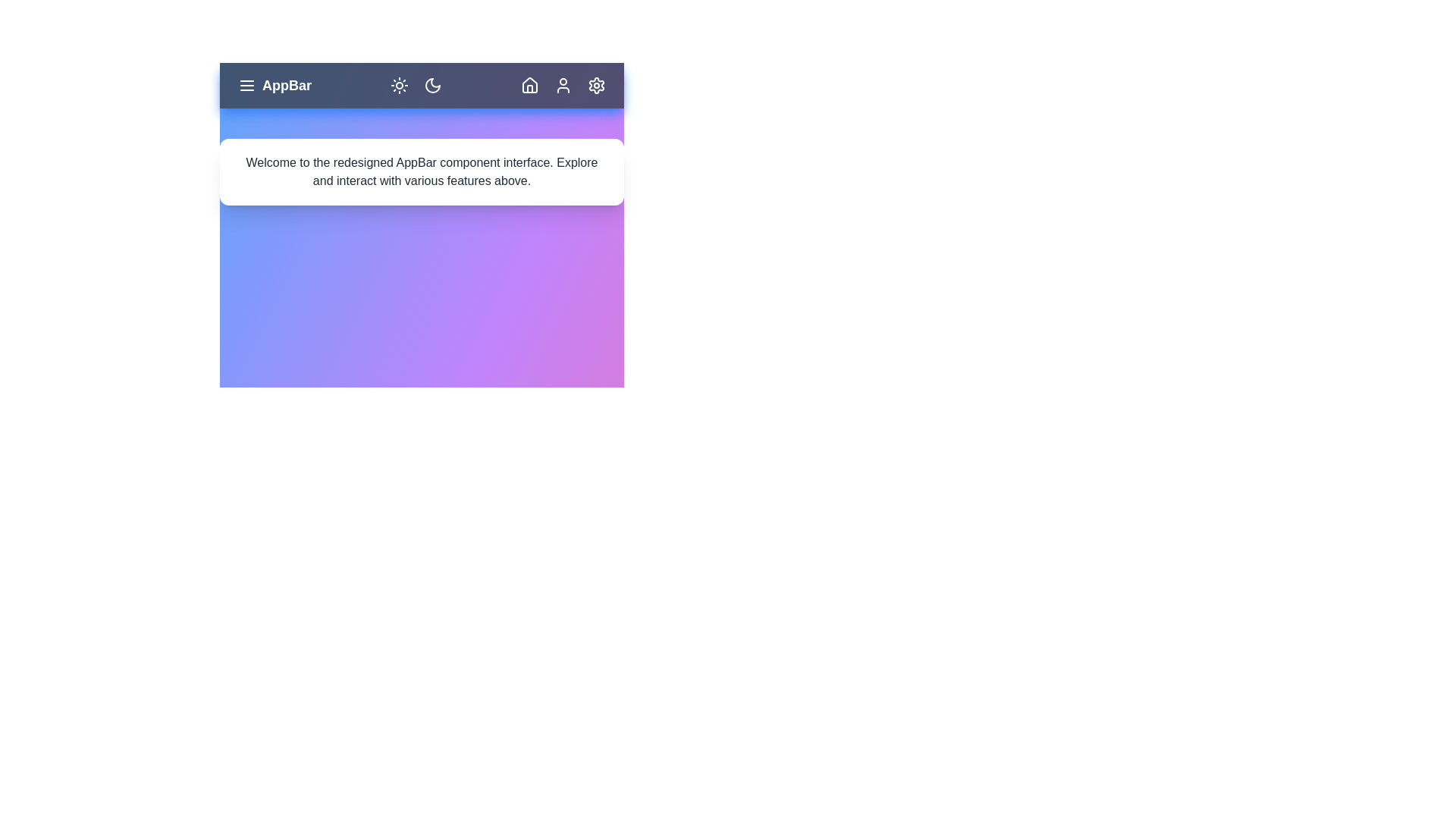 This screenshot has height=819, width=1456. What do you see at coordinates (530, 85) in the screenshot?
I see `the home icon to navigate to the home page` at bounding box center [530, 85].